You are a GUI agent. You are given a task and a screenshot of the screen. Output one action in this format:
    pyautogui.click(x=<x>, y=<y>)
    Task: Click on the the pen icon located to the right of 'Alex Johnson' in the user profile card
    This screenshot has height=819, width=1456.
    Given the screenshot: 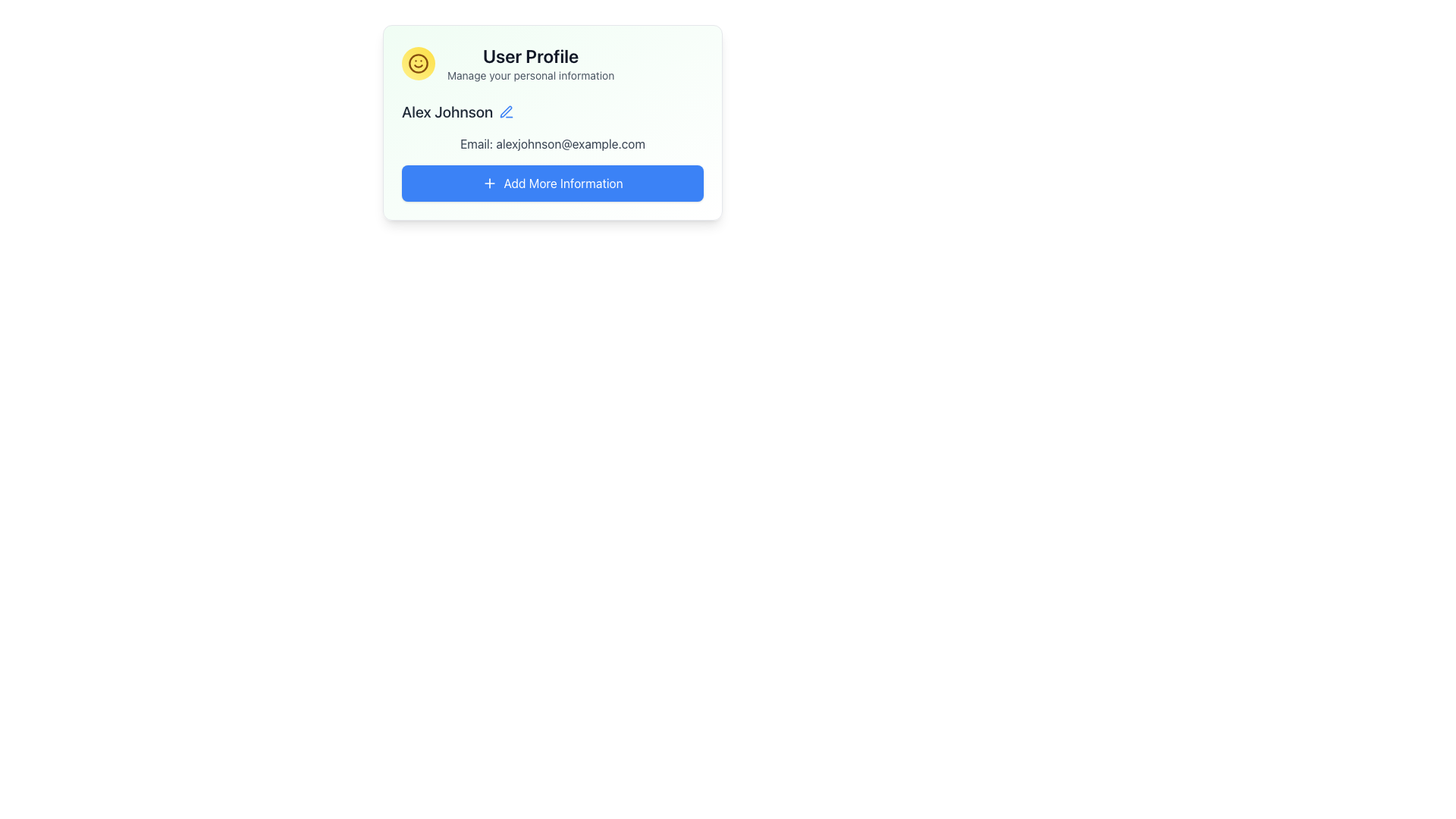 What is the action you would take?
    pyautogui.click(x=506, y=111)
    